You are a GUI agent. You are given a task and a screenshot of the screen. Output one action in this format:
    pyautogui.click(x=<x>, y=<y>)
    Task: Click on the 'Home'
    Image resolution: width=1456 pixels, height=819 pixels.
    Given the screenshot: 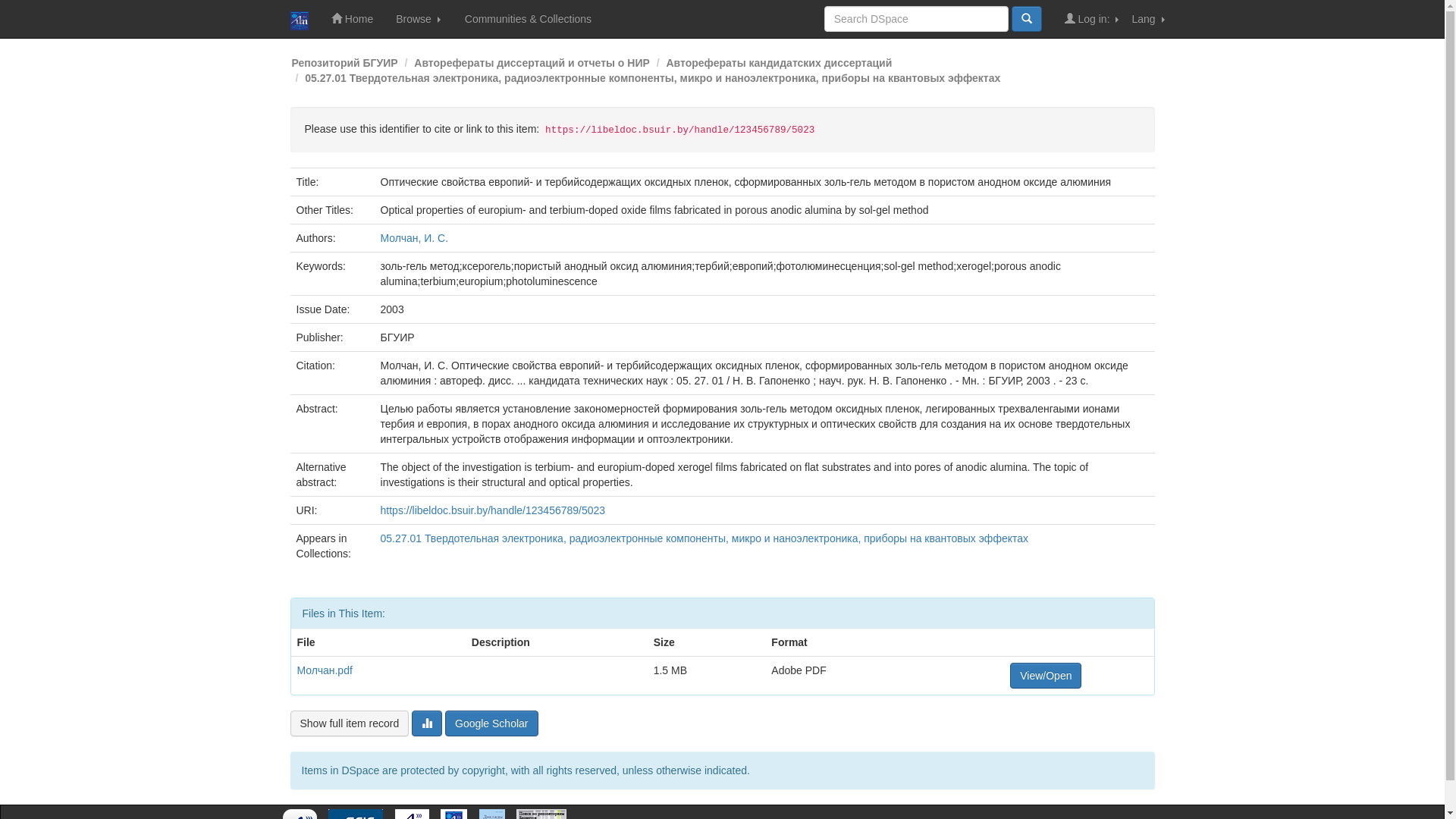 What is the action you would take?
    pyautogui.click(x=351, y=18)
    